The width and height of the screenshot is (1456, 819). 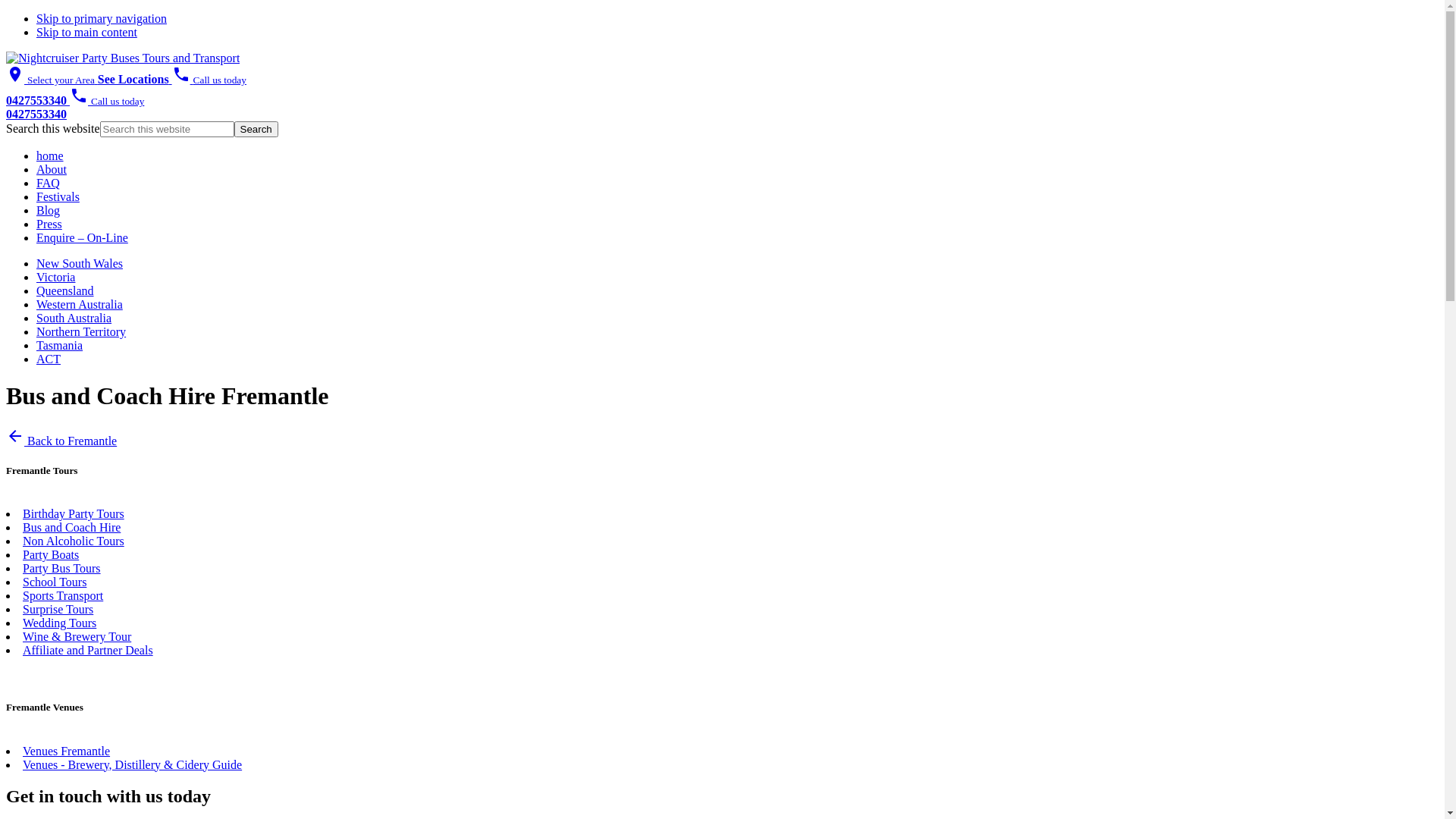 What do you see at coordinates (76, 636) in the screenshot?
I see `'Wine & Brewery Tour'` at bounding box center [76, 636].